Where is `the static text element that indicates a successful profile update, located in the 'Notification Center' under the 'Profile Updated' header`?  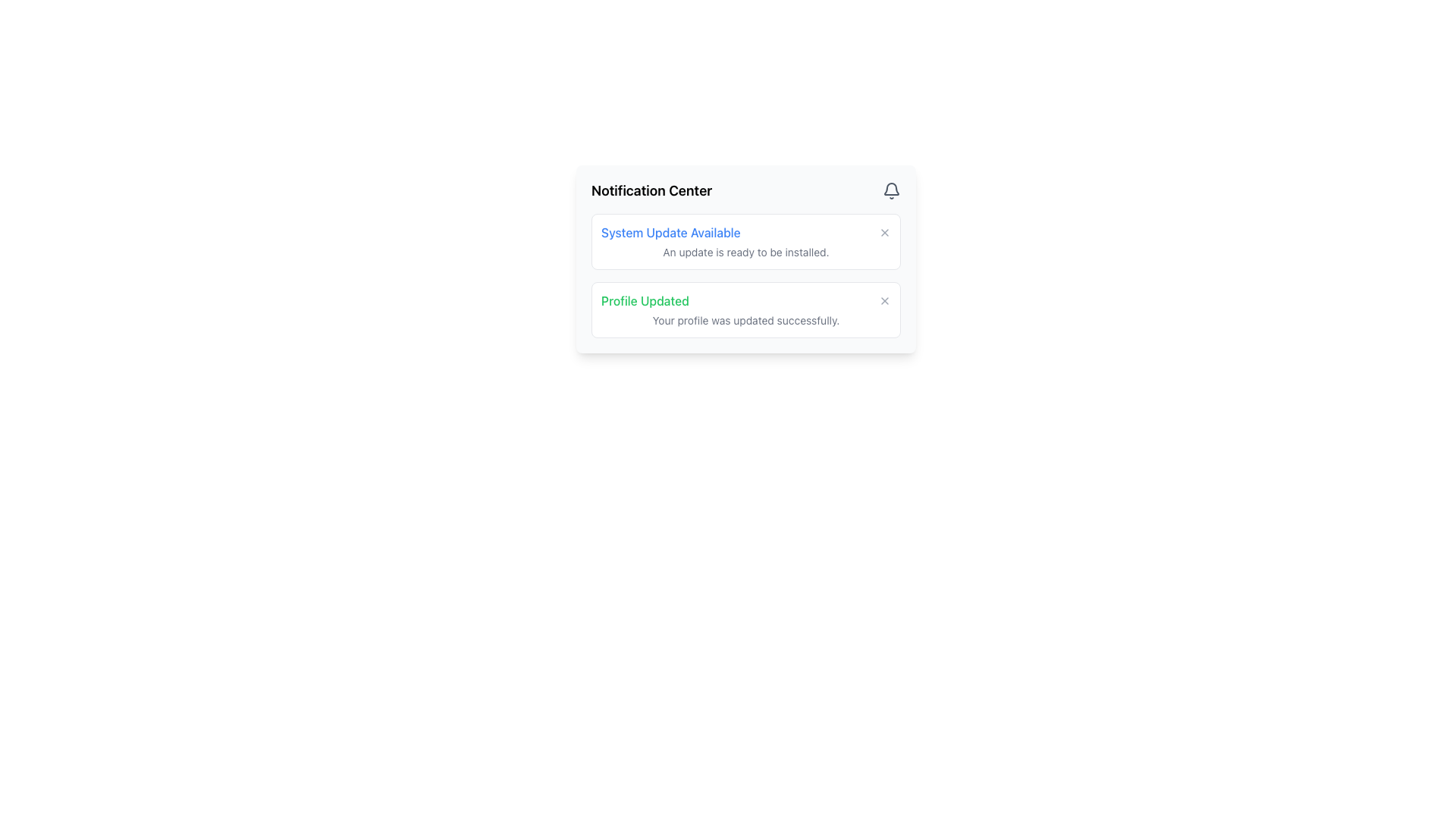 the static text element that indicates a successful profile update, located in the 'Notification Center' under the 'Profile Updated' header is located at coordinates (745, 320).